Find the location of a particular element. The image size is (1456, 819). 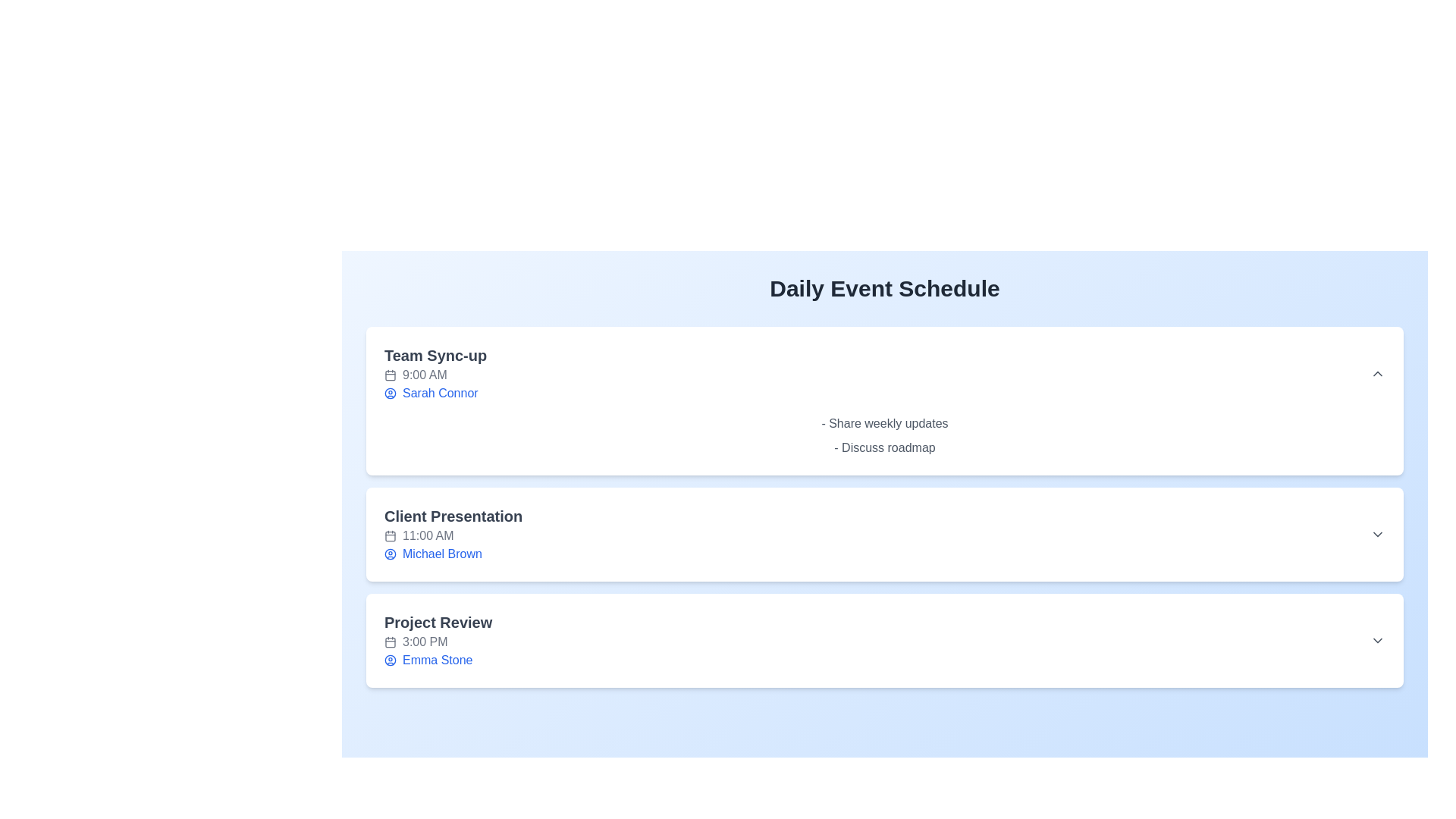

the non-interactive text label displaying the title of the associated event or task in the schedule is located at coordinates (438, 623).